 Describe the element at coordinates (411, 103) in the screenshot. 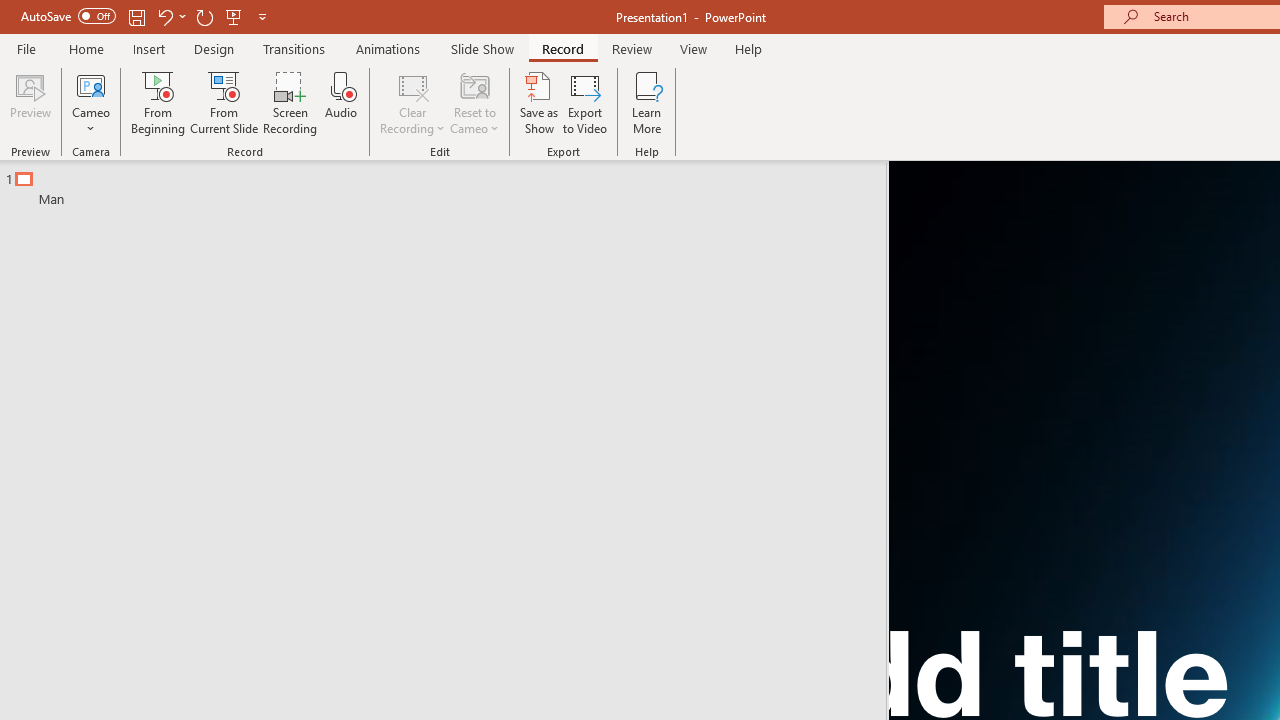

I see `'Clear Recording'` at that location.